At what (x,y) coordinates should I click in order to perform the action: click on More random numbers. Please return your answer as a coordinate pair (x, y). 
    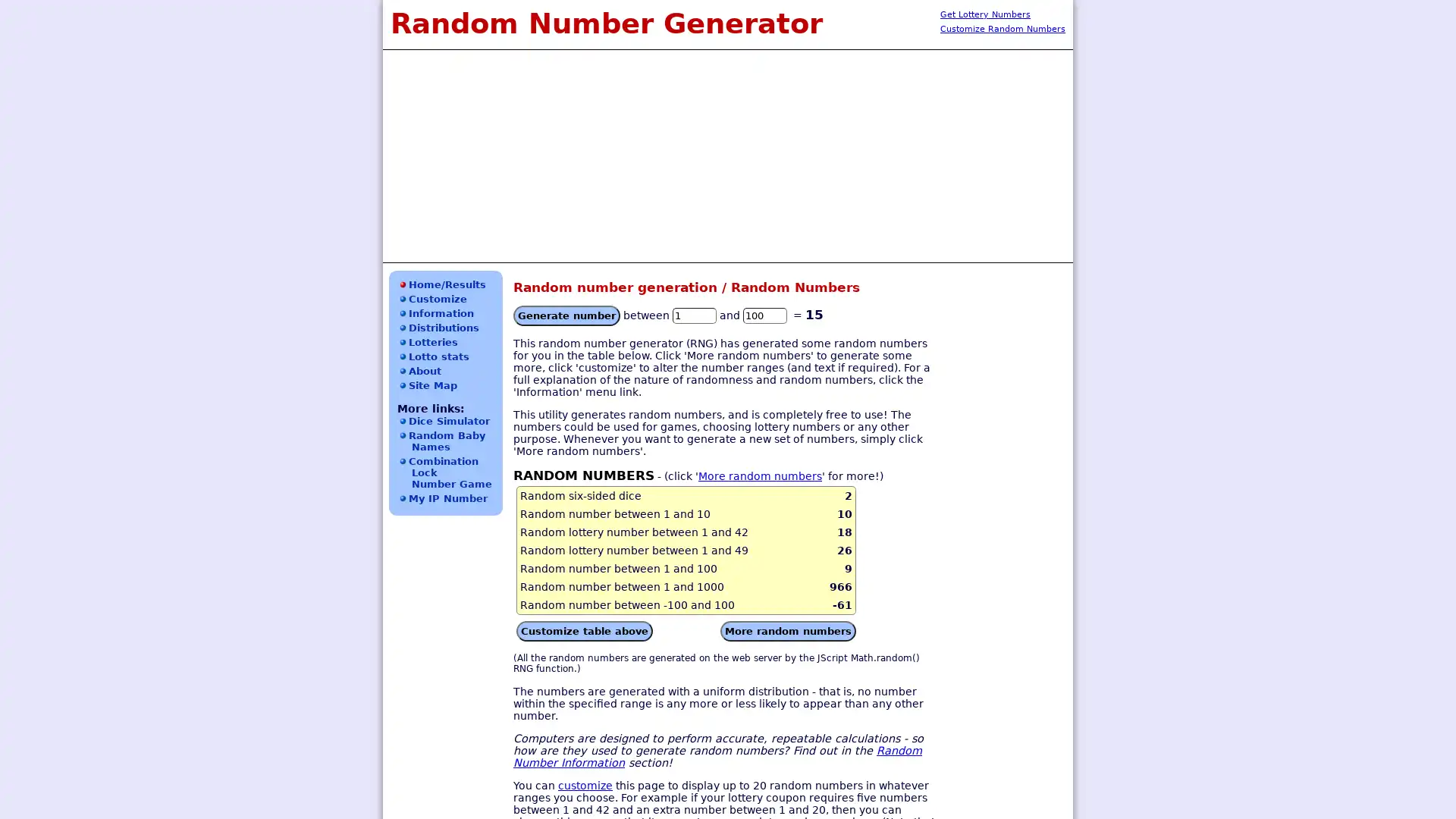
    Looking at the image, I should click on (788, 630).